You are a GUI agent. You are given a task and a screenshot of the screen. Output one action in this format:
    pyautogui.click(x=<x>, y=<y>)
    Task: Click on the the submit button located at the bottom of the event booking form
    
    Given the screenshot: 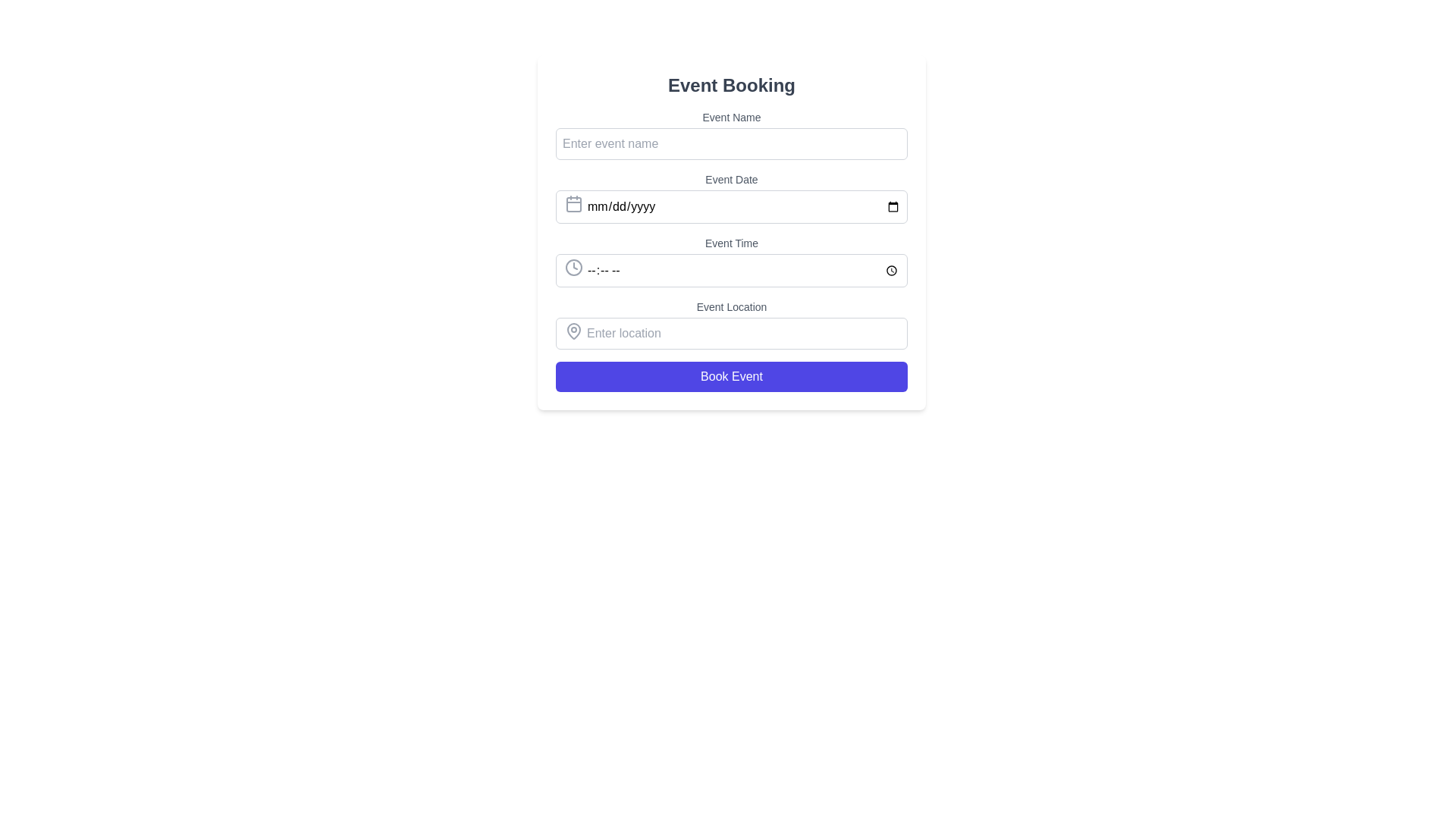 What is the action you would take?
    pyautogui.click(x=731, y=376)
    